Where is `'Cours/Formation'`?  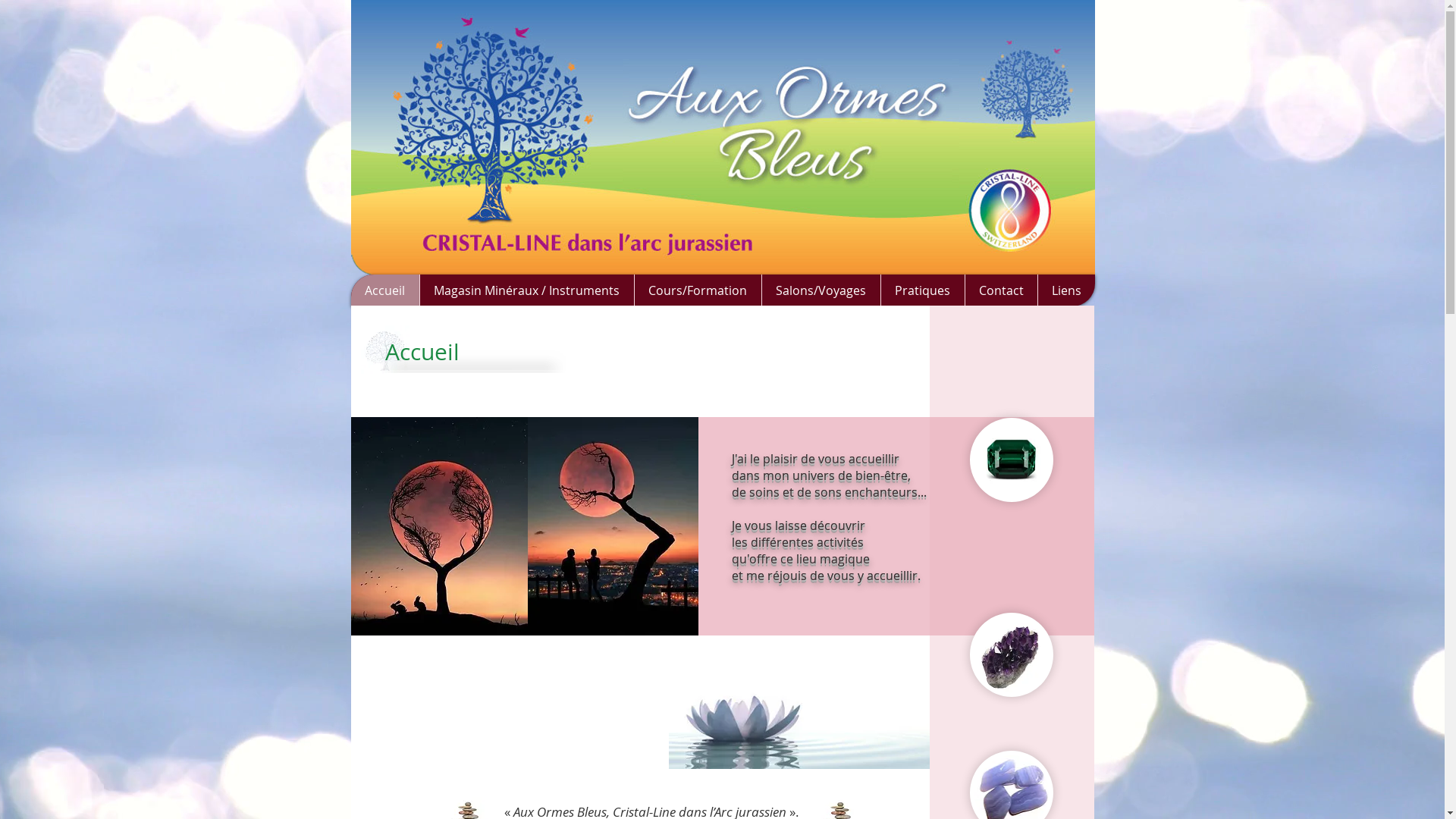
'Cours/Formation' is located at coordinates (697, 290).